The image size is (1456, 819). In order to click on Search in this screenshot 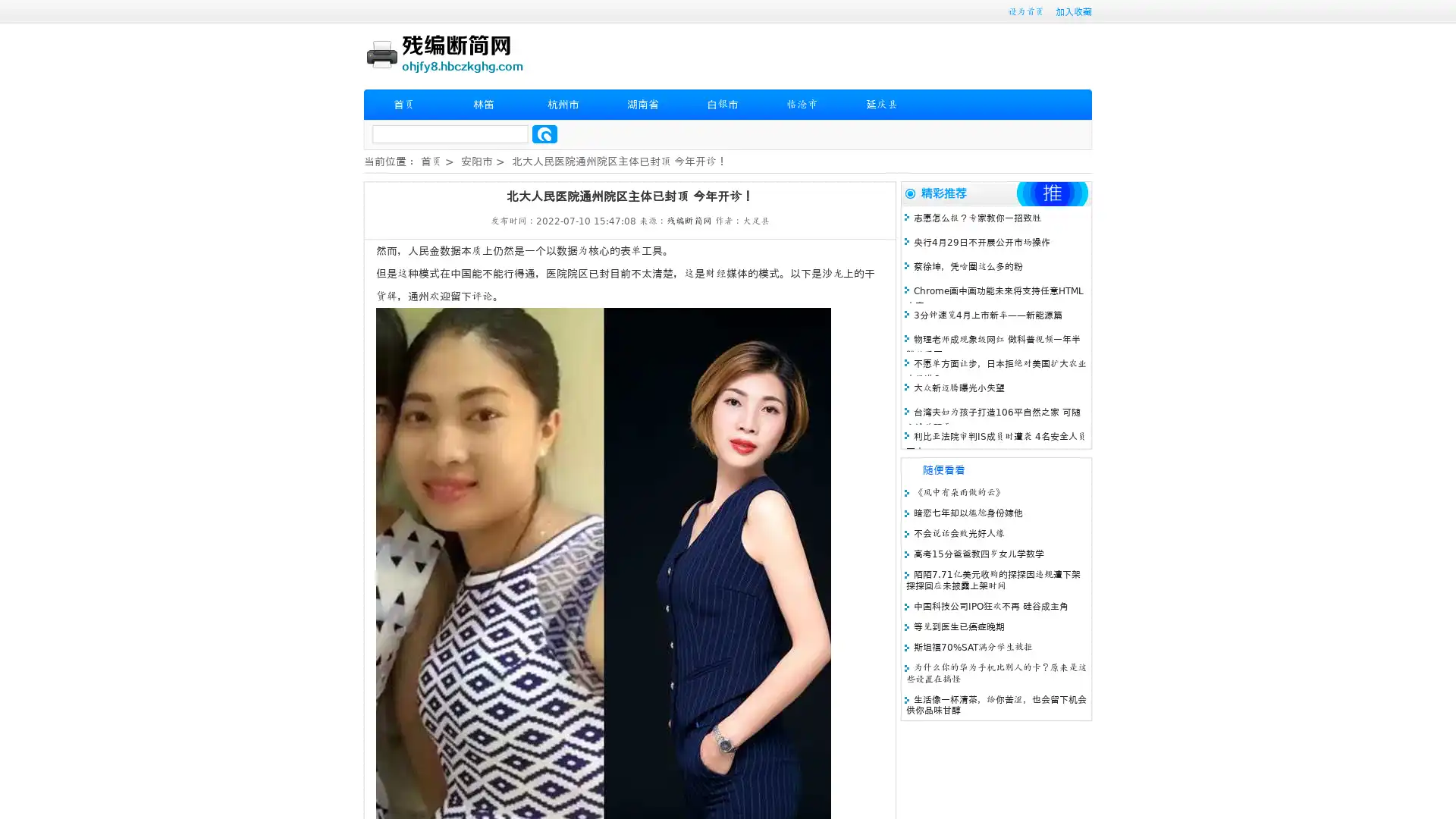, I will do `click(544, 133)`.